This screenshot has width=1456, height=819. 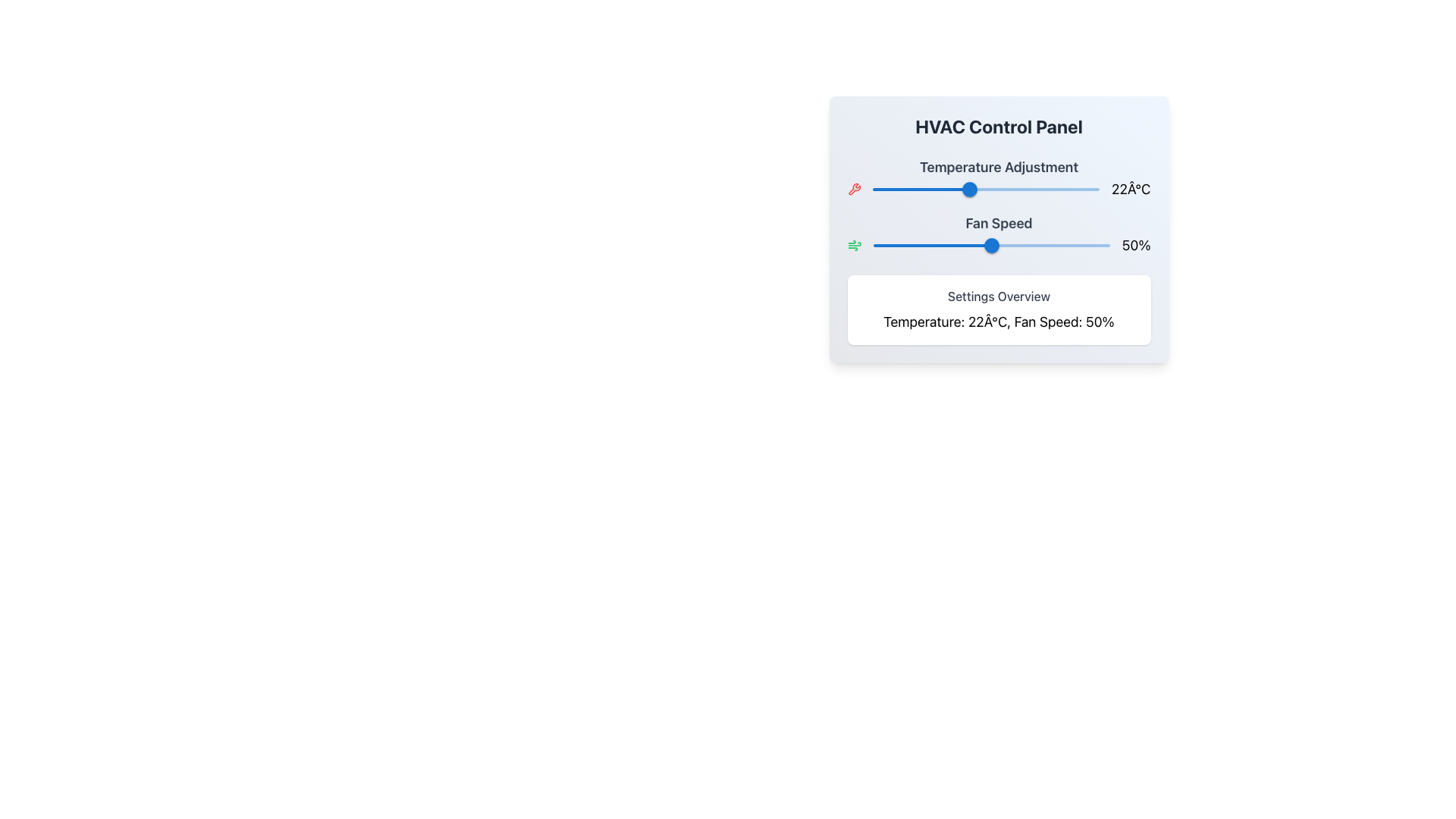 I want to click on the slider value, so click(x=897, y=245).